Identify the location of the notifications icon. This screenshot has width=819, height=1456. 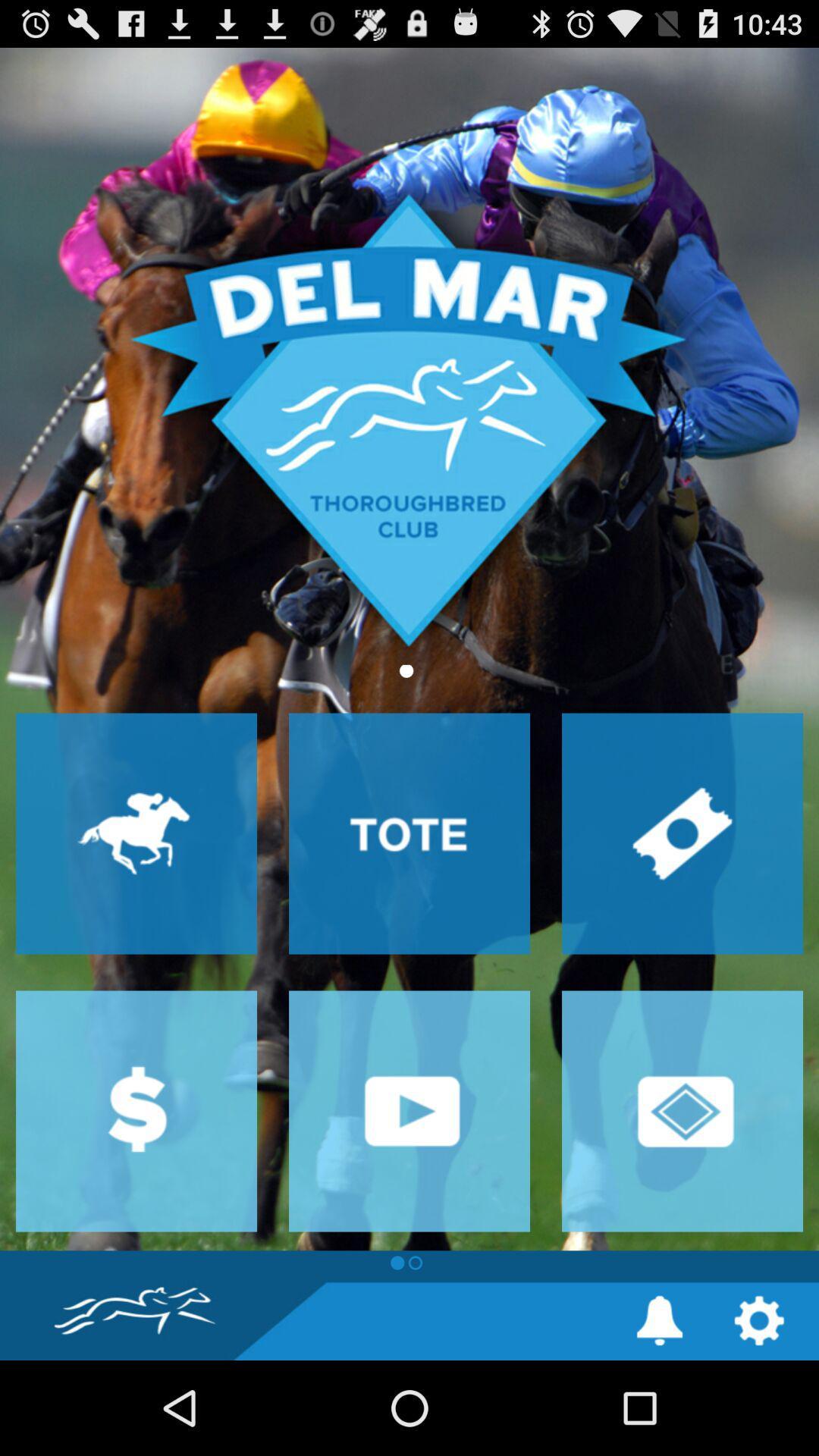
(659, 1412).